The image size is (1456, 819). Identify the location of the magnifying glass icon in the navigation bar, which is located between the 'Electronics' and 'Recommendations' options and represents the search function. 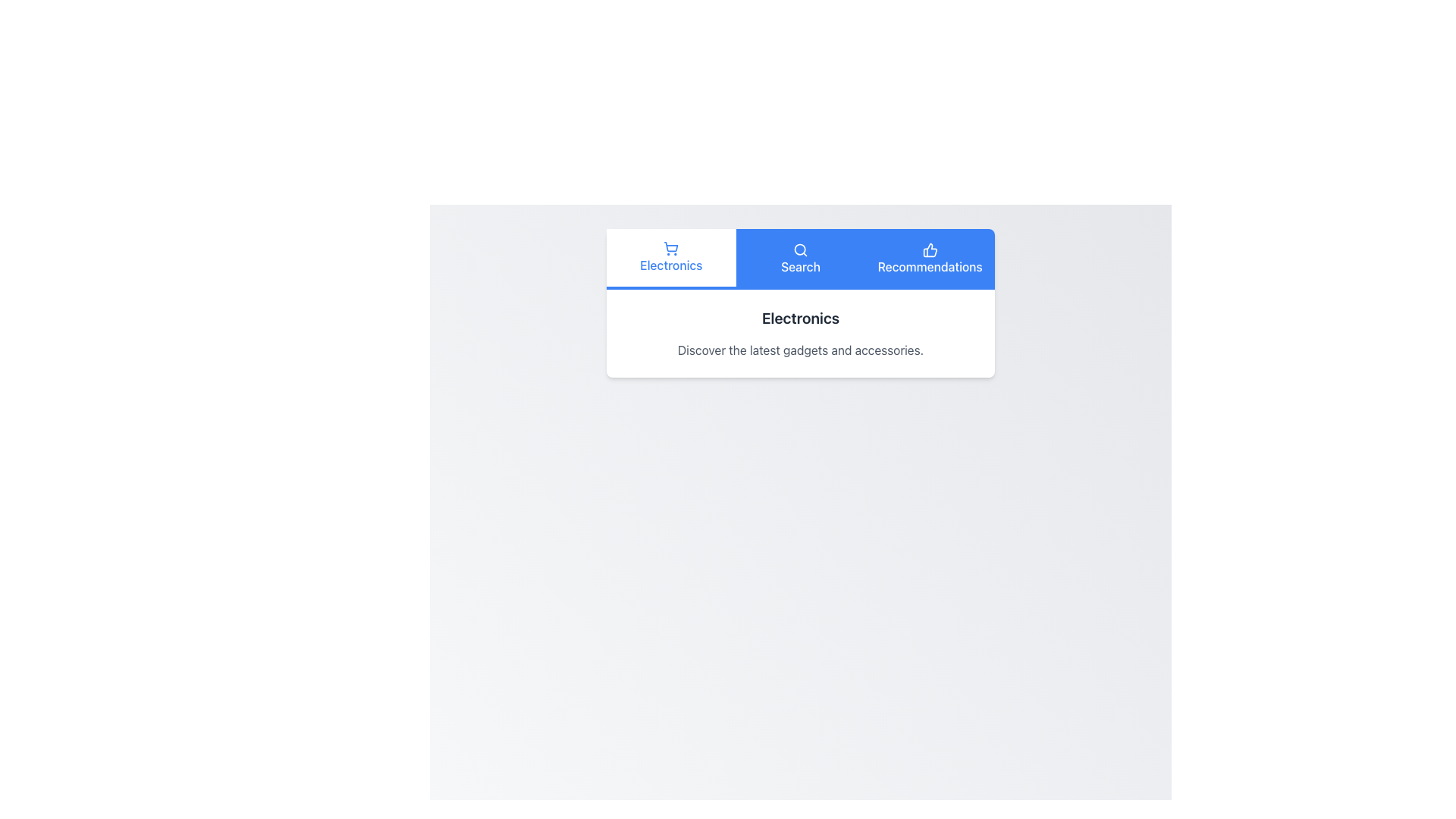
(800, 249).